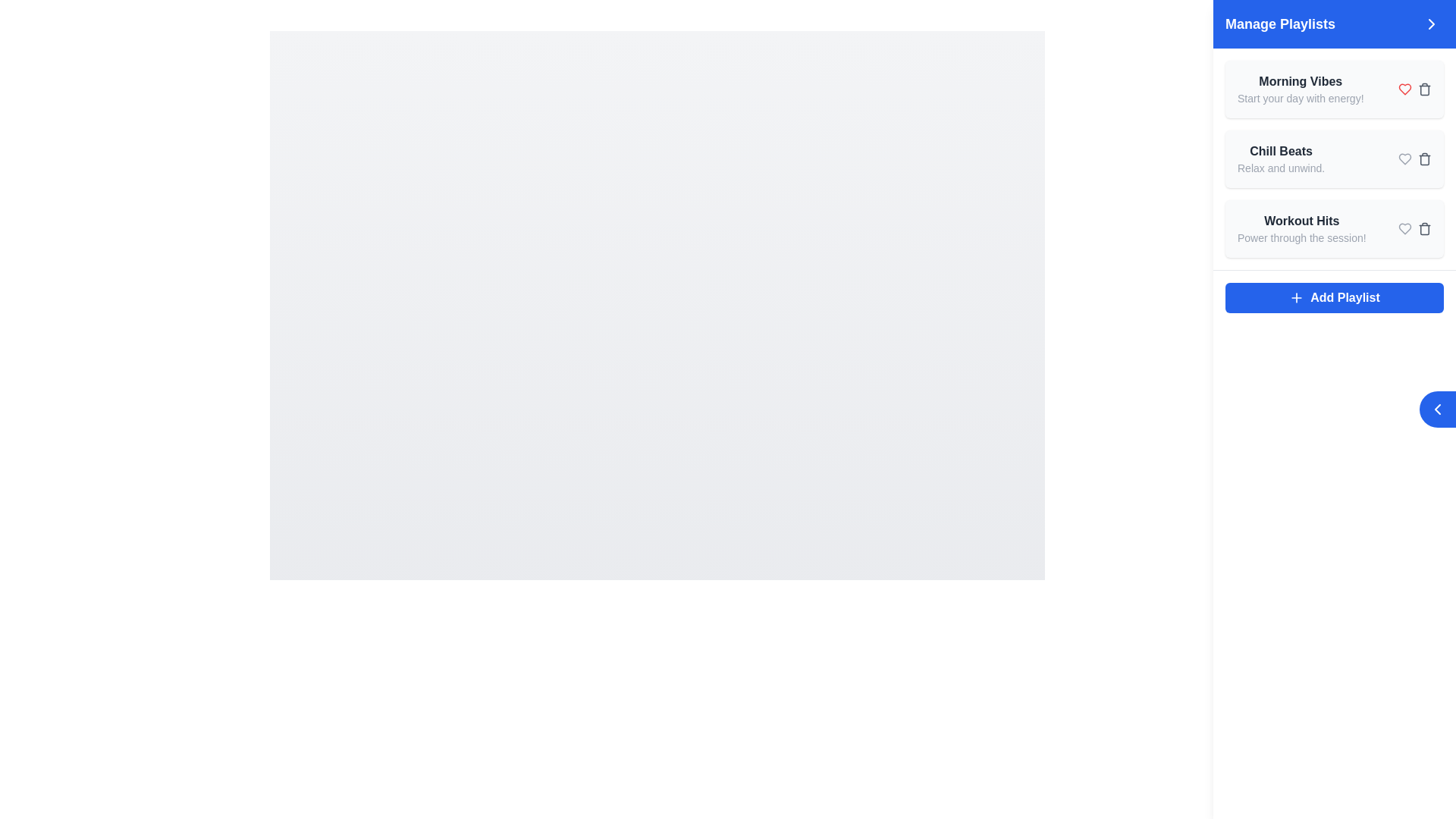  Describe the element at coordinates (1423, 158) in the screenshot. I see `the interactive trash bin icon button located at the far right of the interactive controls, which opens a context menu for deletion options` at that location.